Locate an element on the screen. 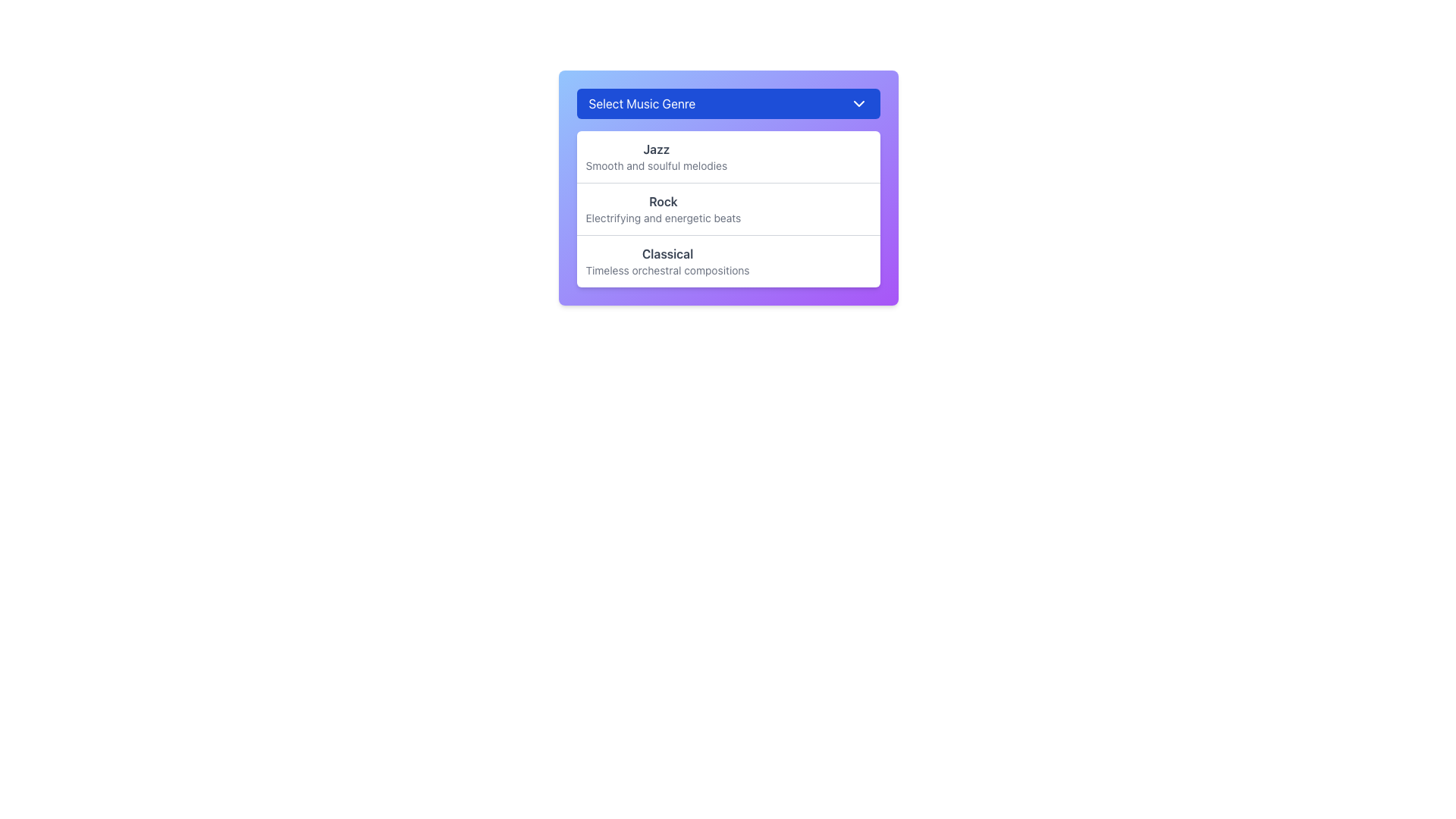 Image resolution: width=1456 pixels, height=819 pixels. the text element that reads 'Electrifying and energetic beats', which is styled in a smaller light gray font and positioned directly under the bold 'Rock' text in the drop-down interface is located at coordinates (663, 218).